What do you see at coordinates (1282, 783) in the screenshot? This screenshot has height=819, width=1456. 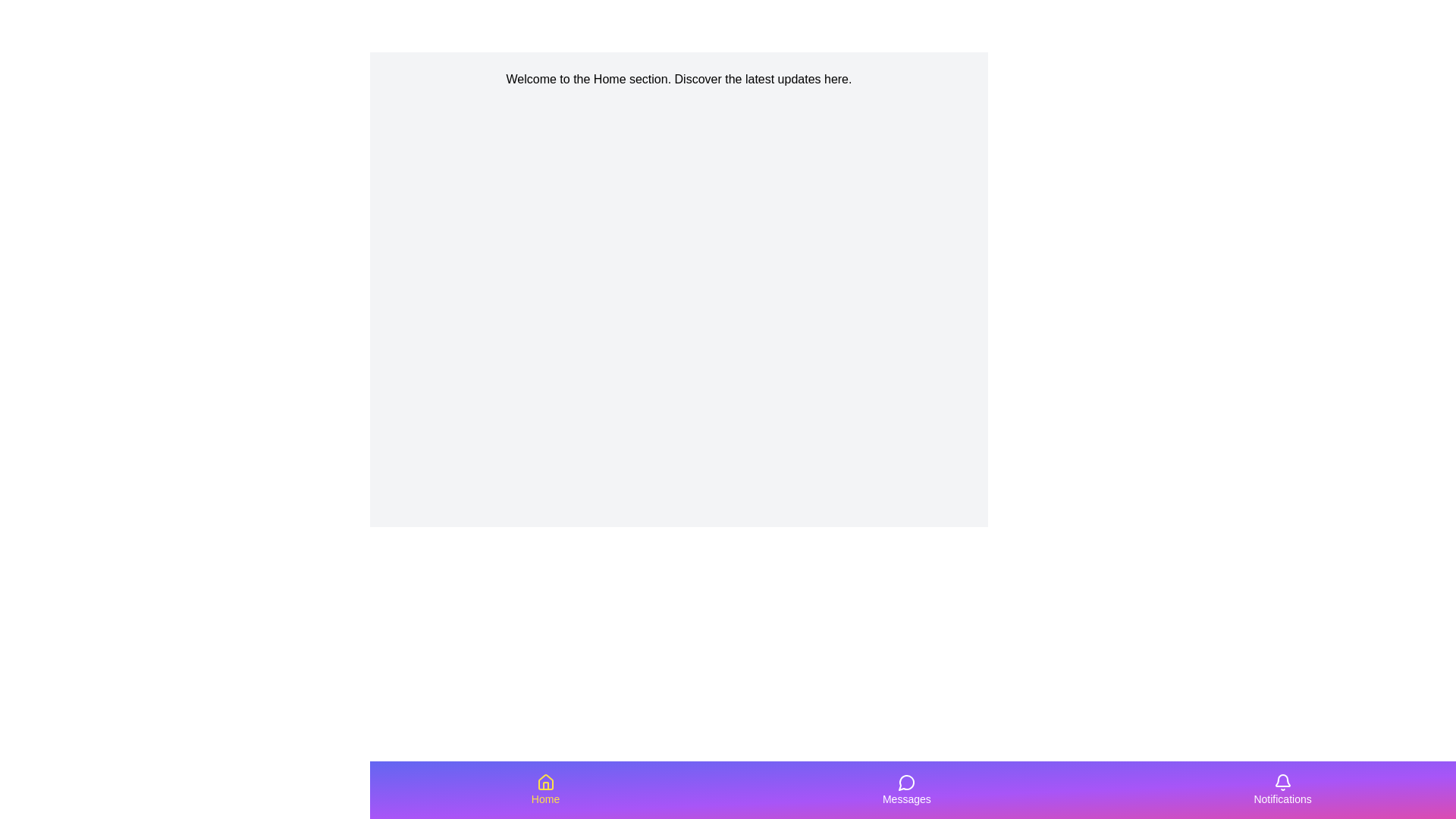 I see `the minimalist bell-shaped notification icon` at bounding box center [1282, 783].